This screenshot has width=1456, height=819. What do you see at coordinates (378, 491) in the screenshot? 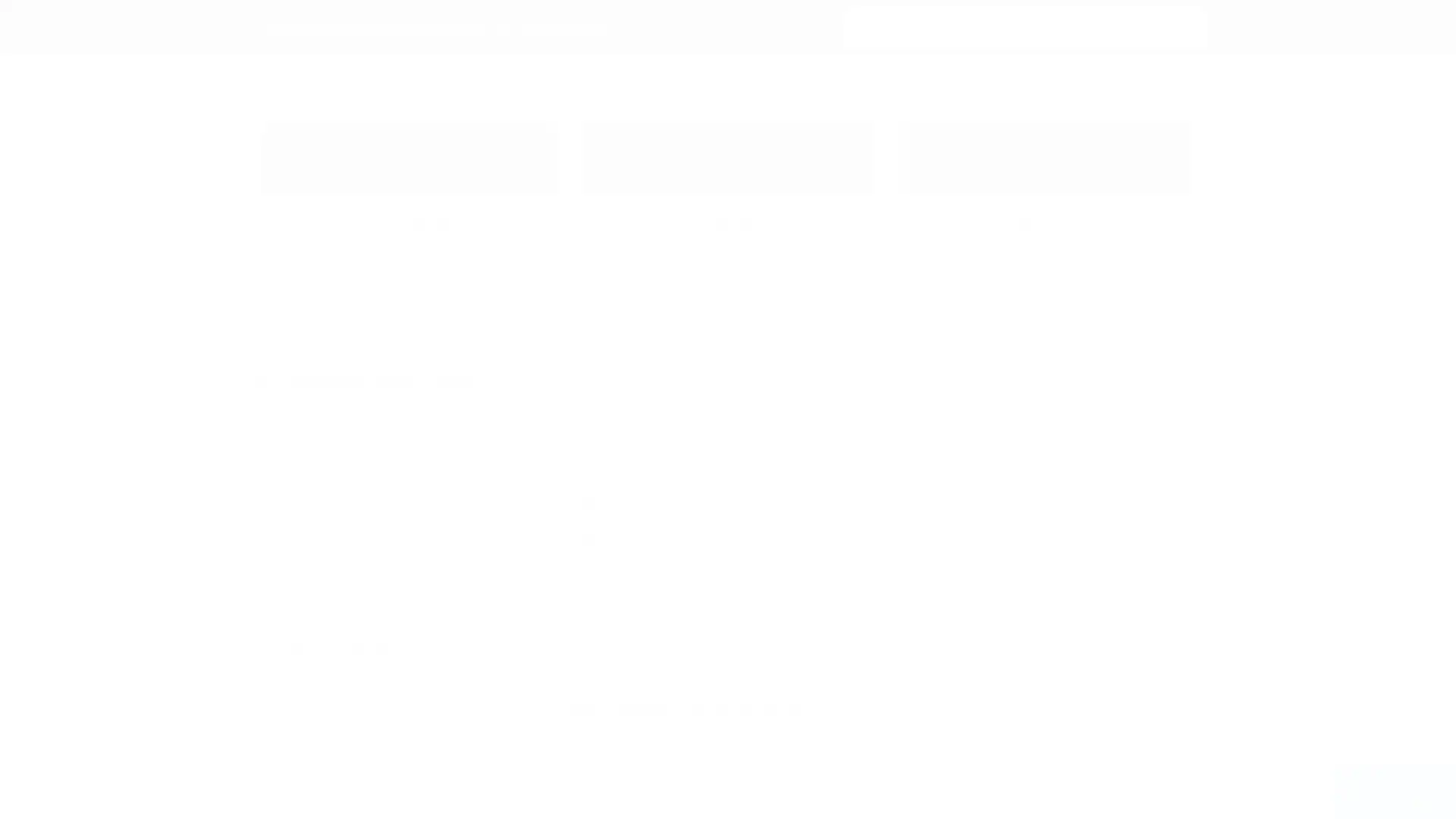
I see `Audio & video` at bounding box center [378, 491].